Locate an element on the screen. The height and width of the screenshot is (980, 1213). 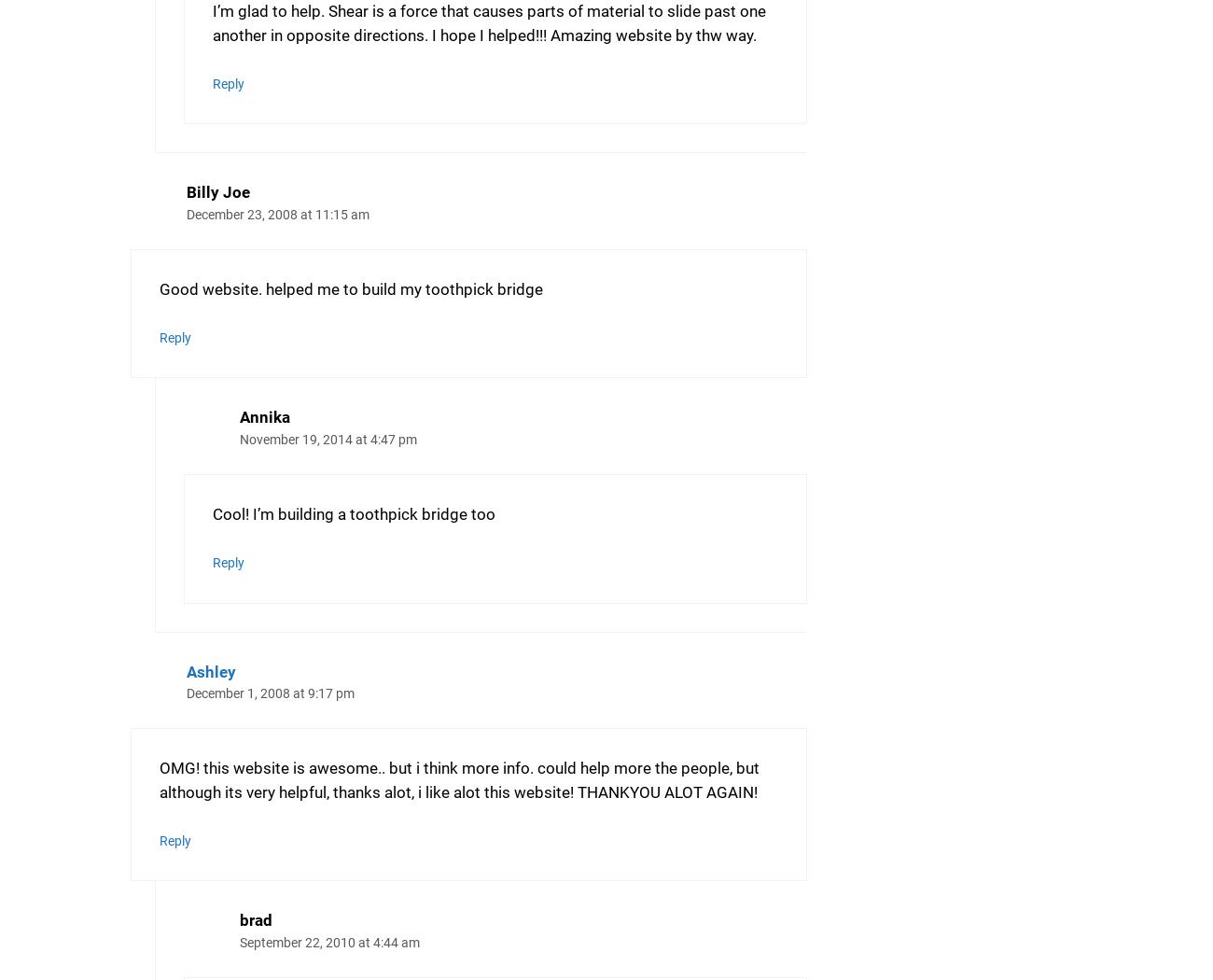
'Ashley' is located at coordinates (186, 670).